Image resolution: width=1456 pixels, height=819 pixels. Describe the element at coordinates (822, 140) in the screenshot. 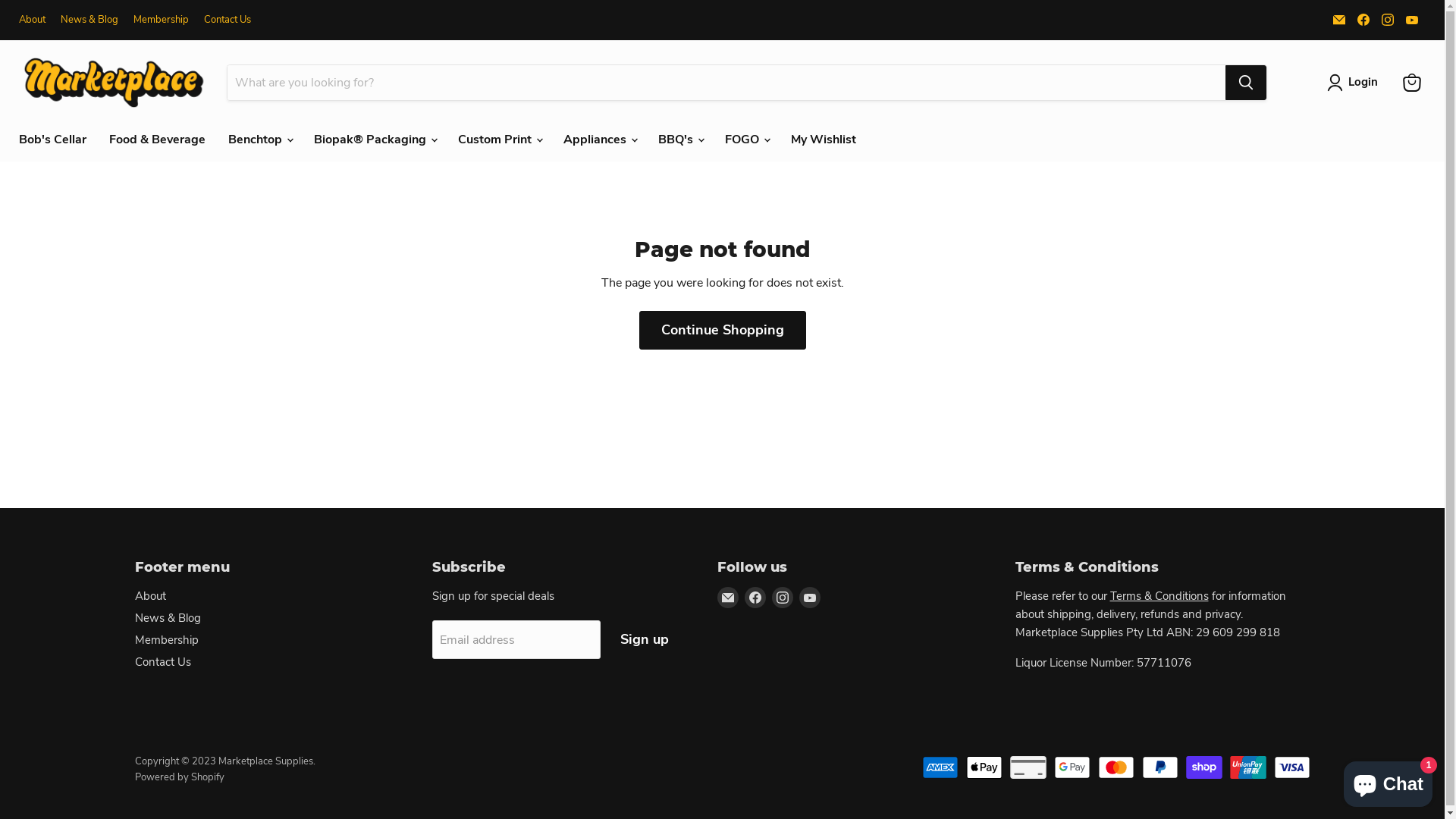

I see `'My Wishlist'` at that location.